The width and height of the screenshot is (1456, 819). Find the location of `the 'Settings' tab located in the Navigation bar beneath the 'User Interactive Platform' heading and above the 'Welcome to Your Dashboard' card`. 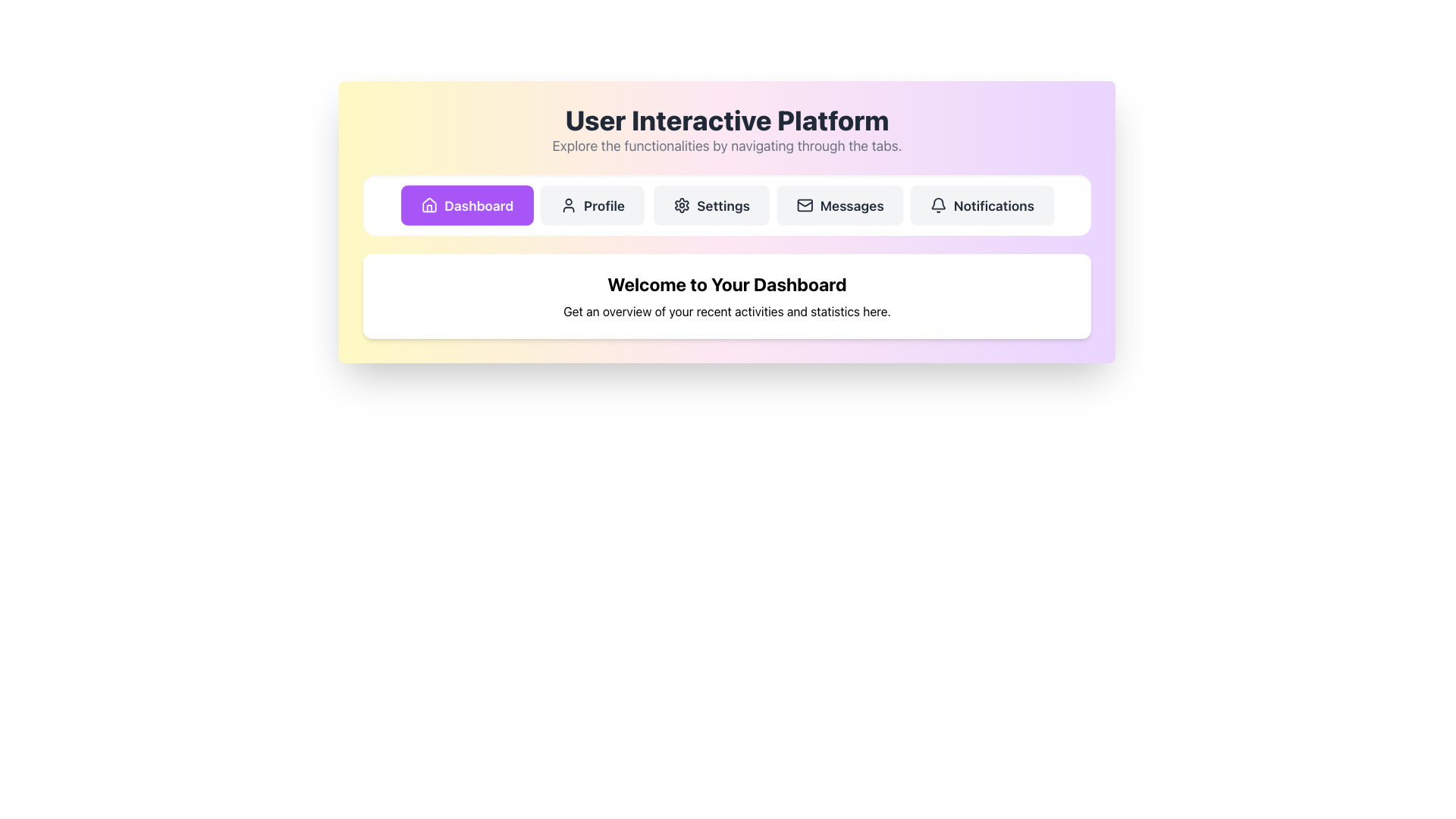

the 'Settings' tab located in the Navigation bar beneath the 'User Interactive Platform' heading and above the 'Welcome to Your Dashboard' card is located at coordinates (726, 205).